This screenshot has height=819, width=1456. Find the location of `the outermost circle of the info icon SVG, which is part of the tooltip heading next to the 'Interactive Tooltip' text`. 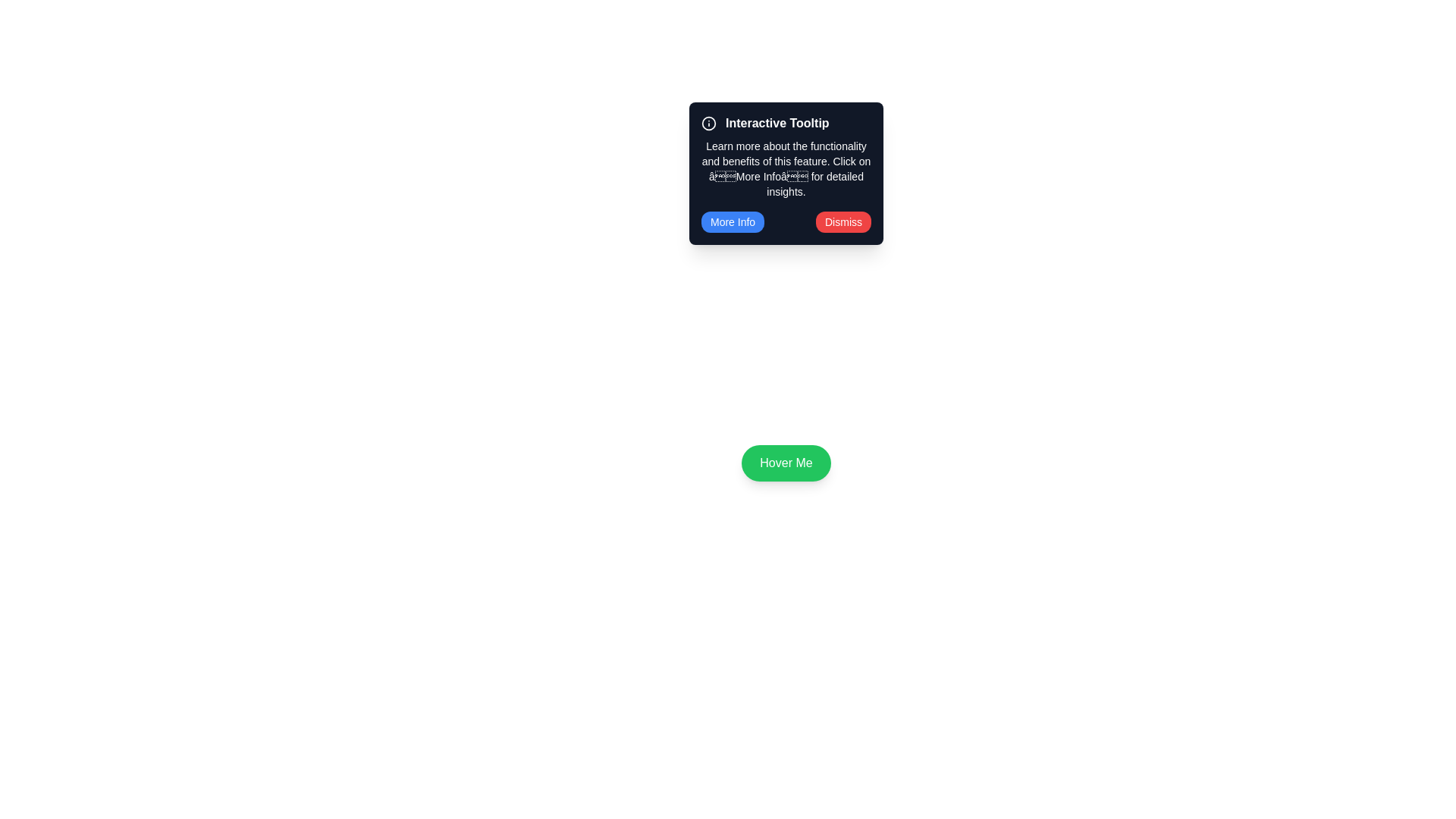

the outermost circle of the info icon SVG, which is part of the tooltip heading next to the 'Interactive Tooltip' text is located at coordinates (708, 122).